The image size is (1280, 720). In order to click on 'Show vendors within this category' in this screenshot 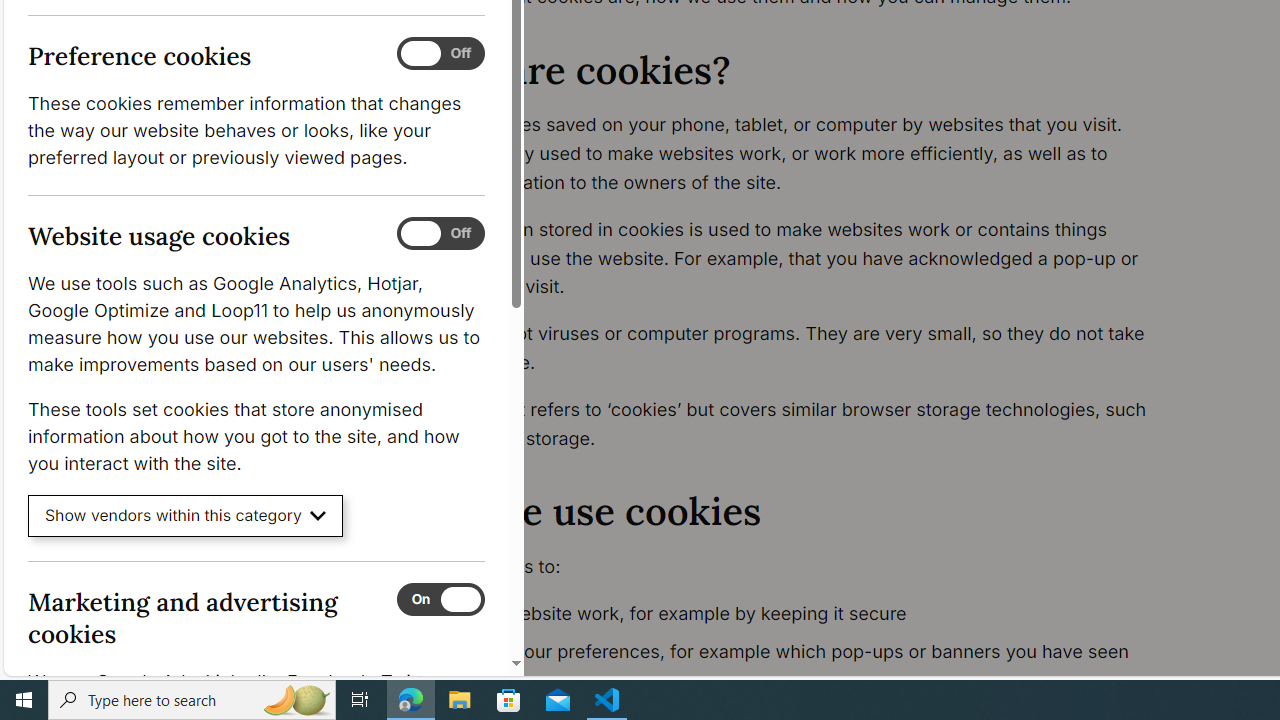, I will do `click(185, 515)`.